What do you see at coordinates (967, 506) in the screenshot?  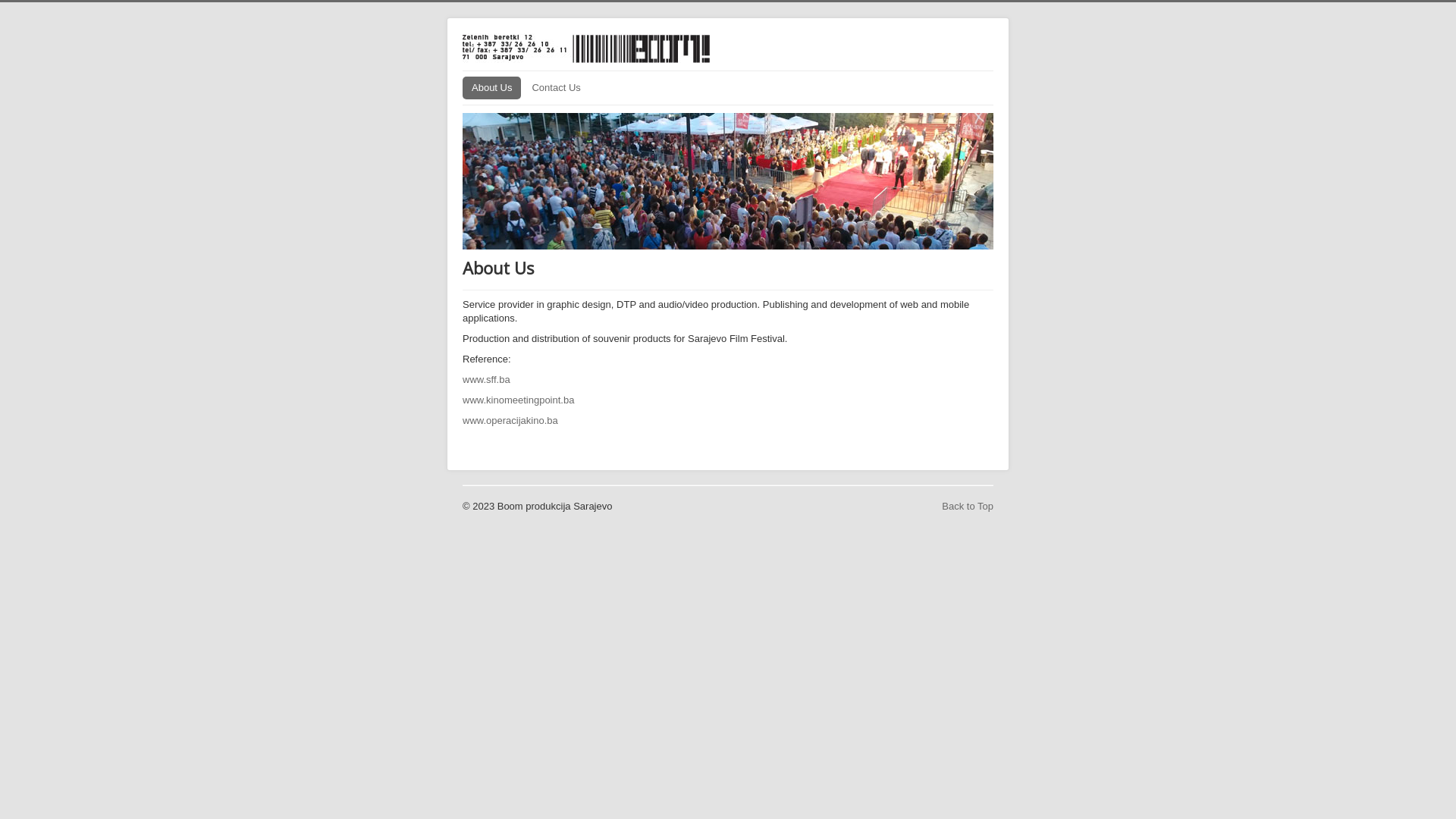 I see `'Back to Top'` at bounding box center [967, 506].